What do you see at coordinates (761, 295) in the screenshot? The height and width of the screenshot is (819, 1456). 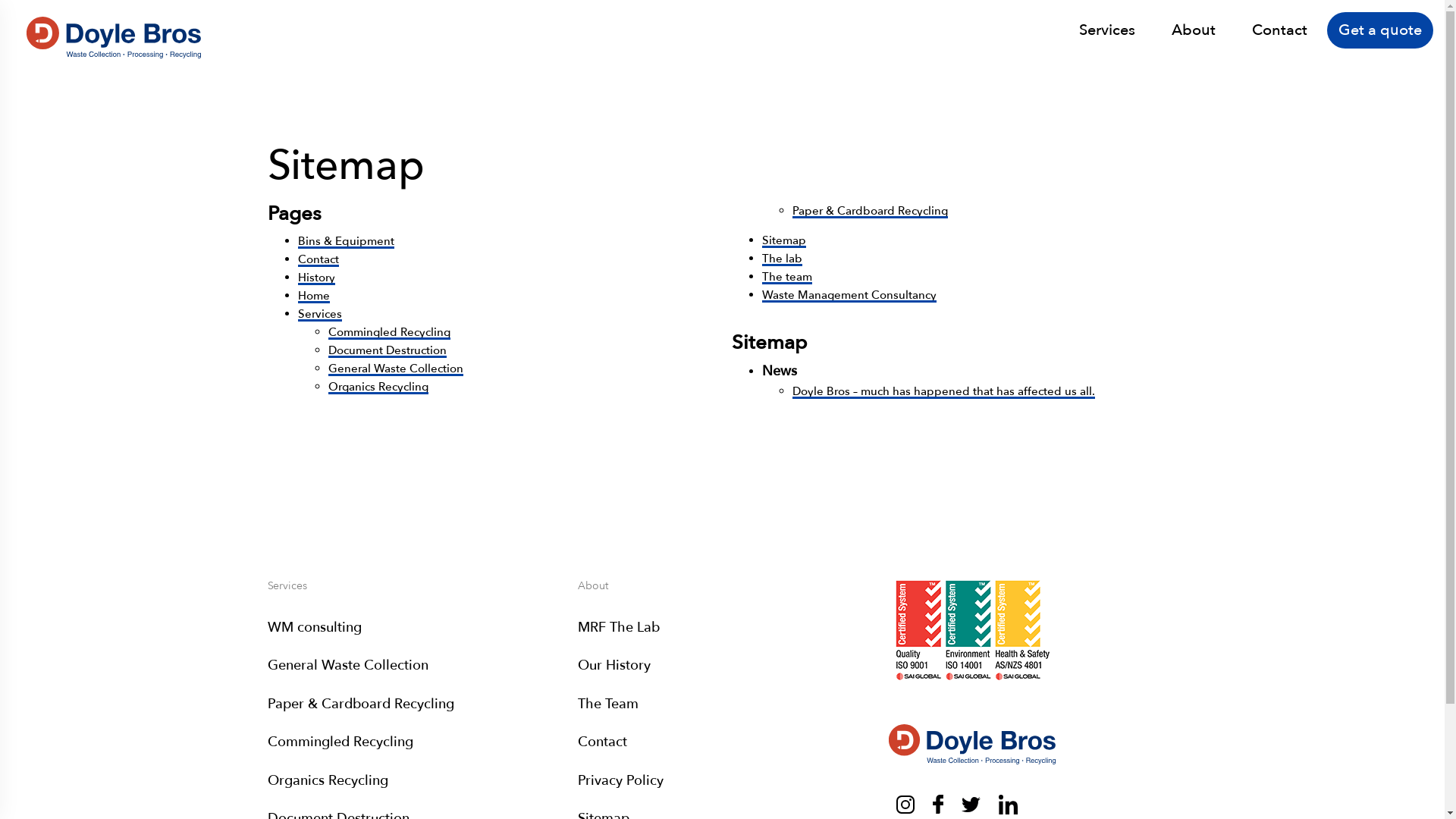 I see `'Waste Management Consultancy'` at bounding box center [761, 295].